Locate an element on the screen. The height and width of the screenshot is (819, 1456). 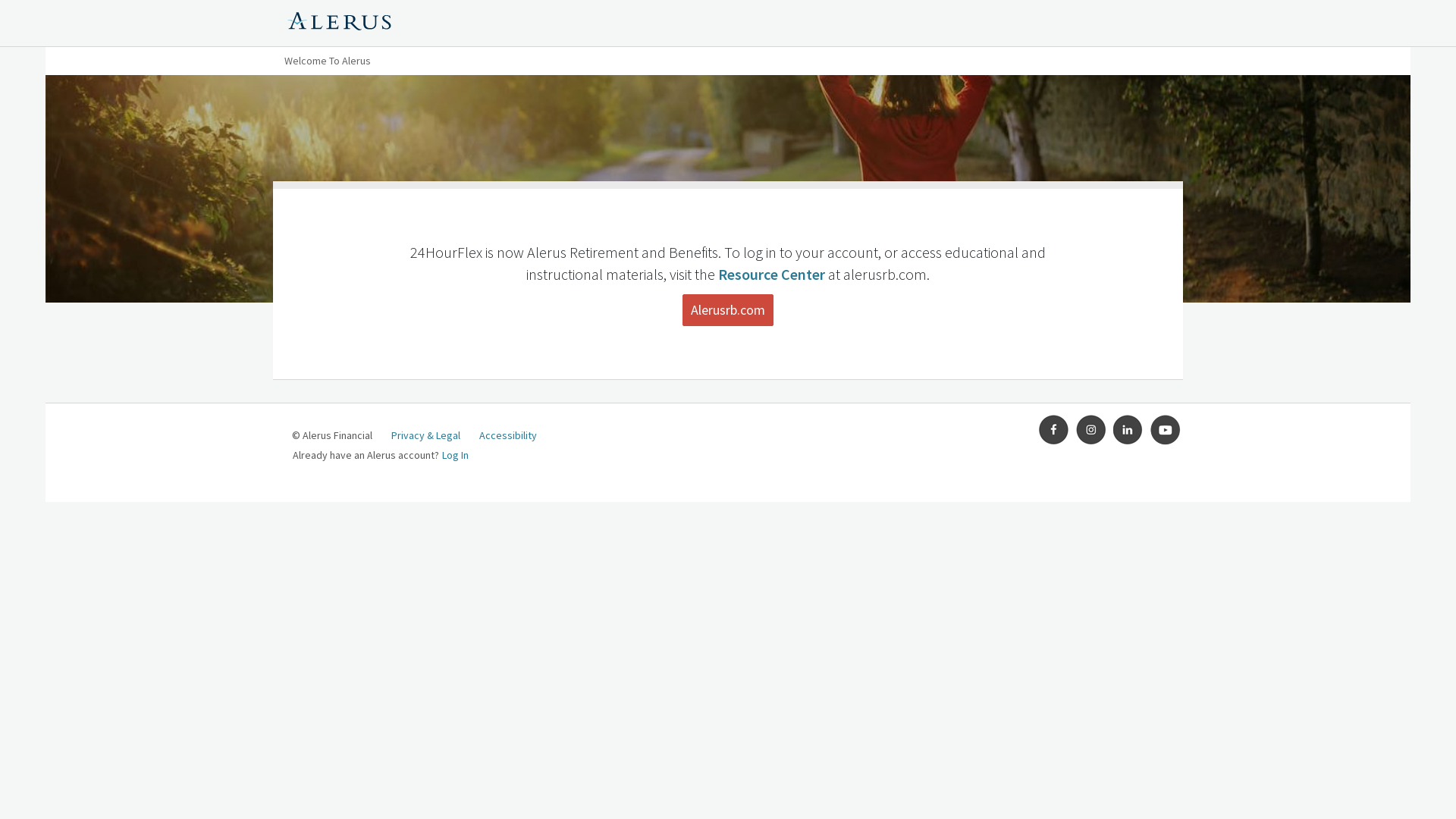
'Youtube' is located at coordinates (1164, 430).